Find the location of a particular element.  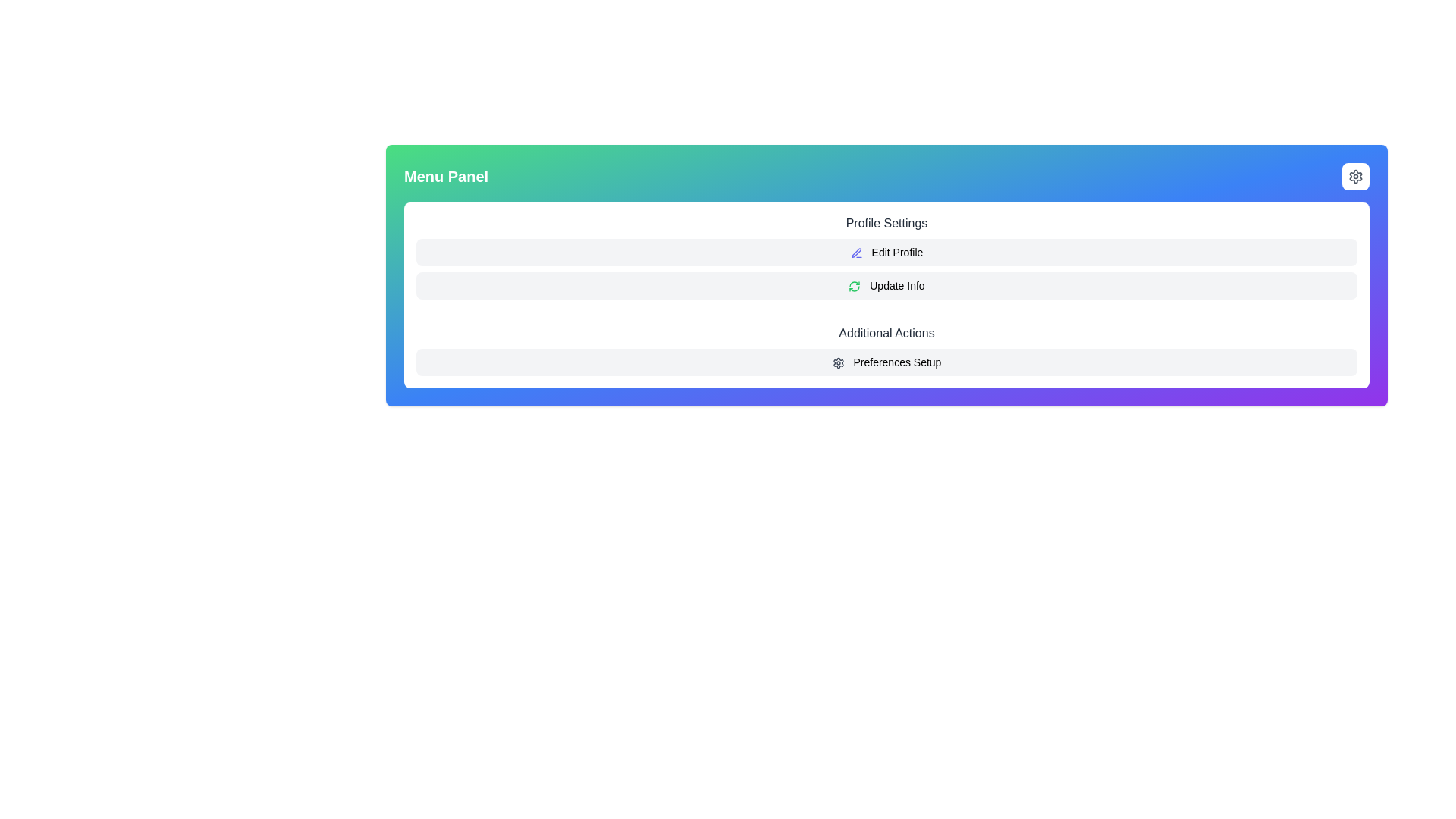

the gear-shaped SVG settings icon located in the top-right corner of the menu panel interface is located at coordinates (1356, 175).